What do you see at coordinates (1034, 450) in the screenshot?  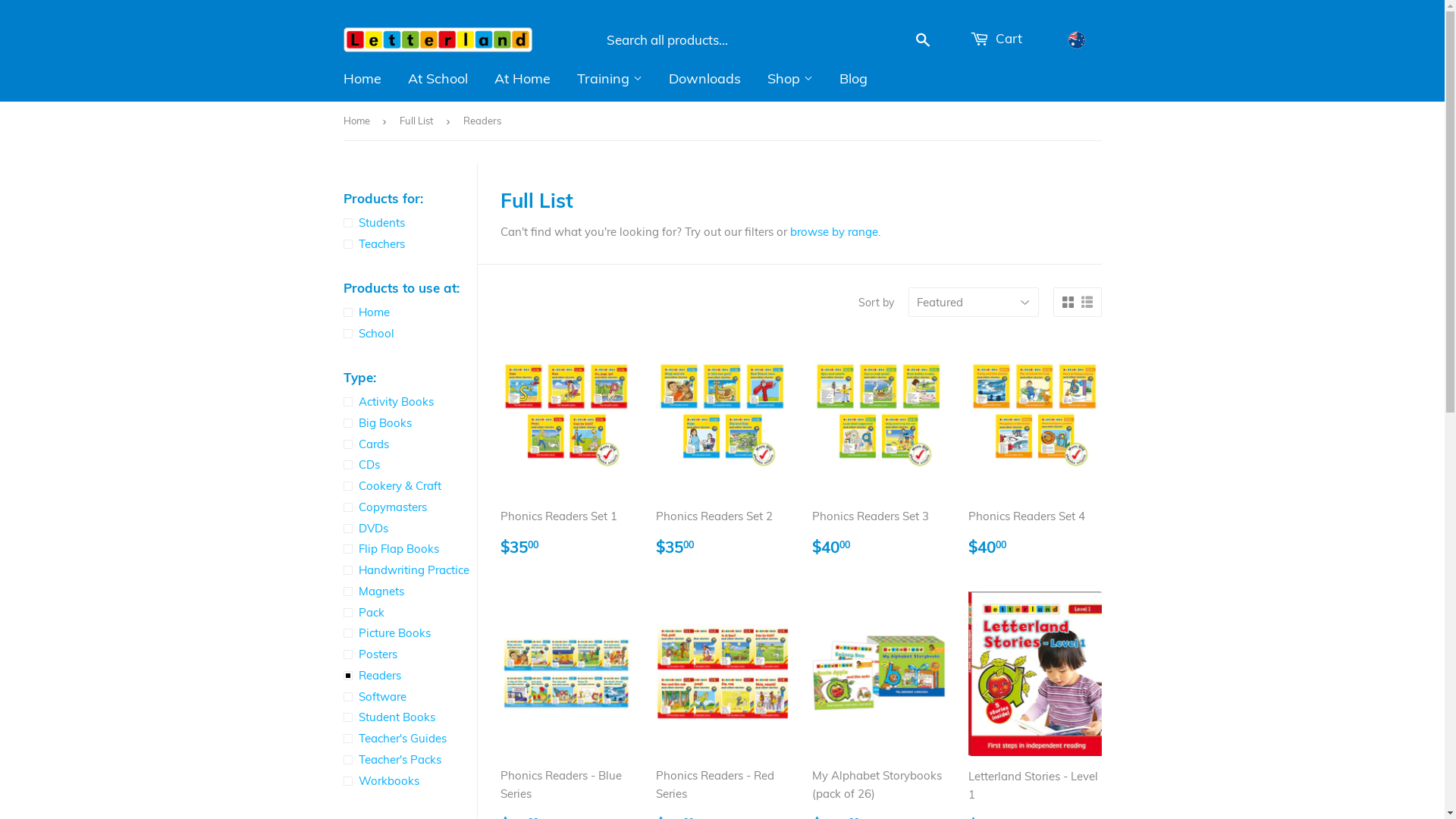 I see `'Phonics Readers Set 4` at bounding box center [1034, 450].